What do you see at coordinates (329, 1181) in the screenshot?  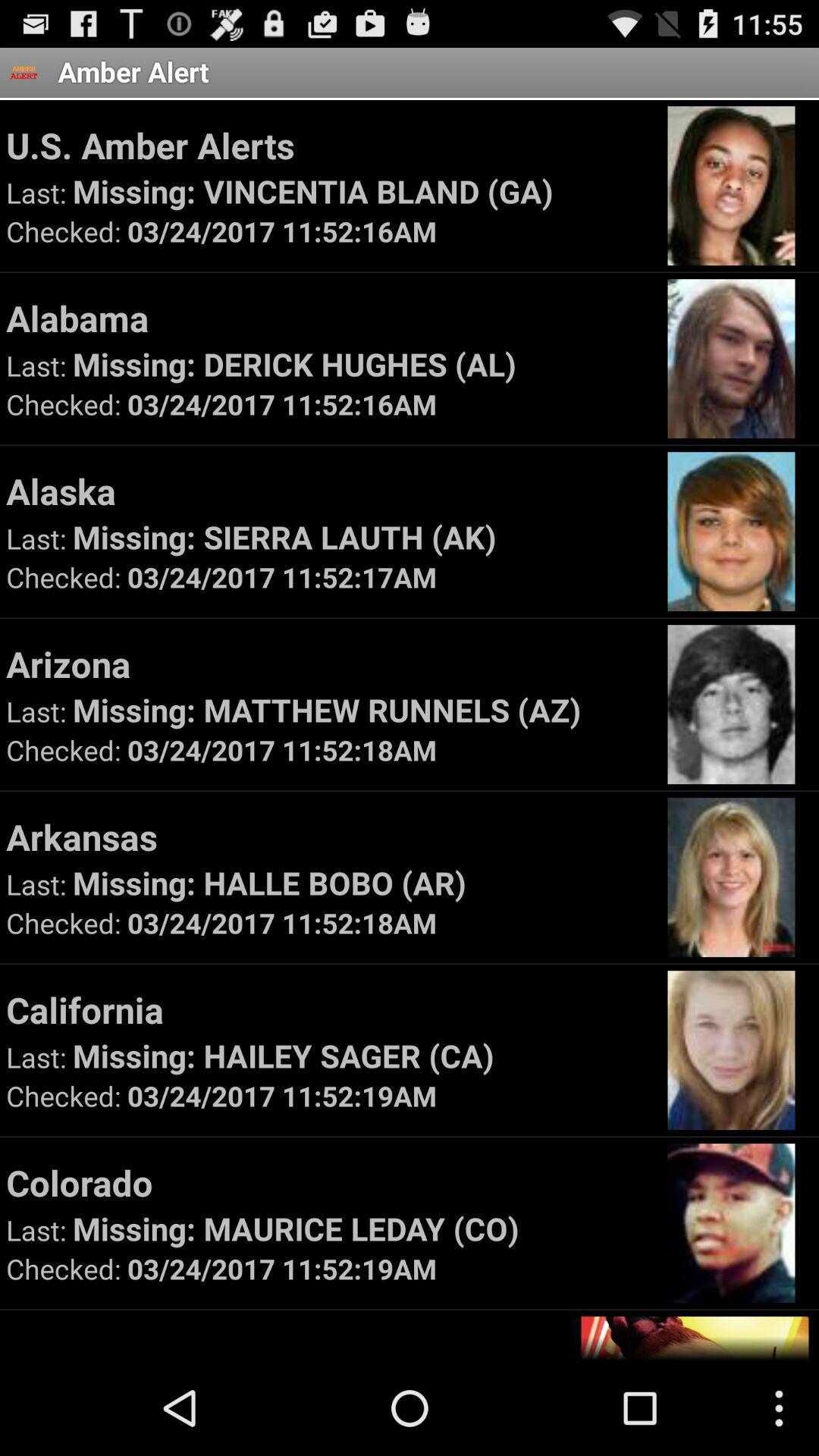 I see `icon above the missing maurice leday app` at bounding box center [329, 1181].